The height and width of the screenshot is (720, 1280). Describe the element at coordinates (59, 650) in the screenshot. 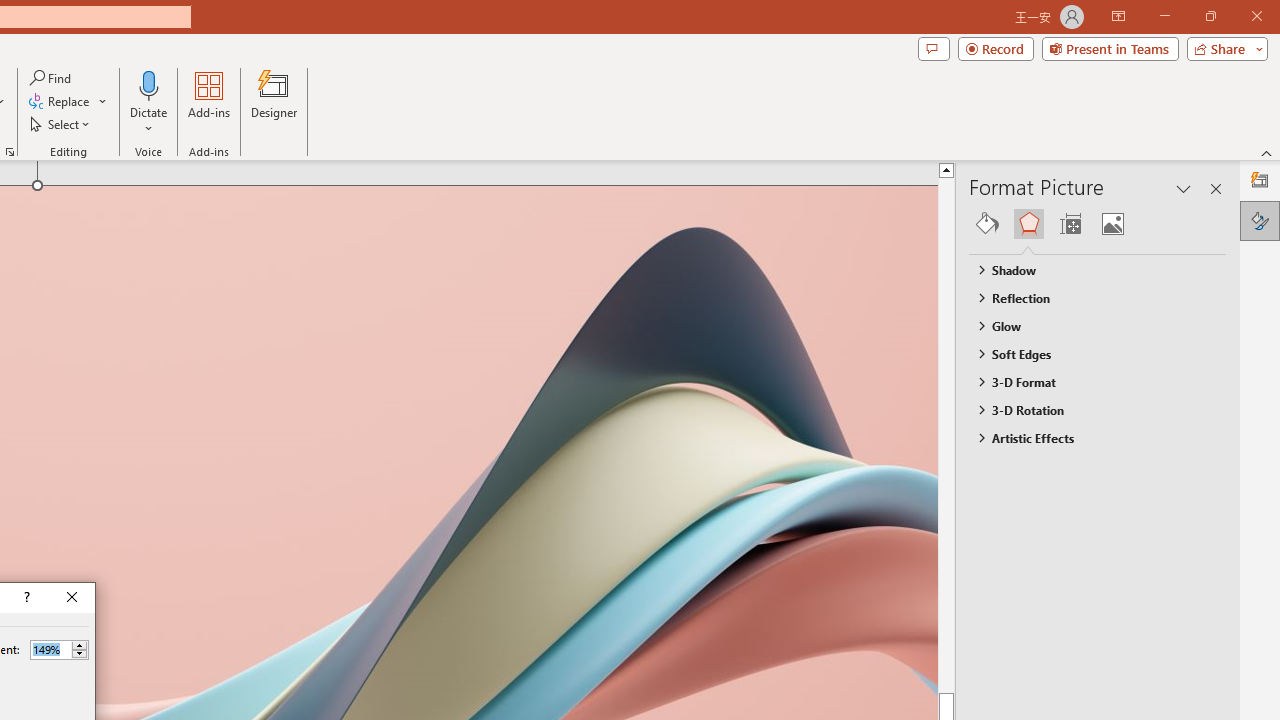

I see `'Percent'` at that location.